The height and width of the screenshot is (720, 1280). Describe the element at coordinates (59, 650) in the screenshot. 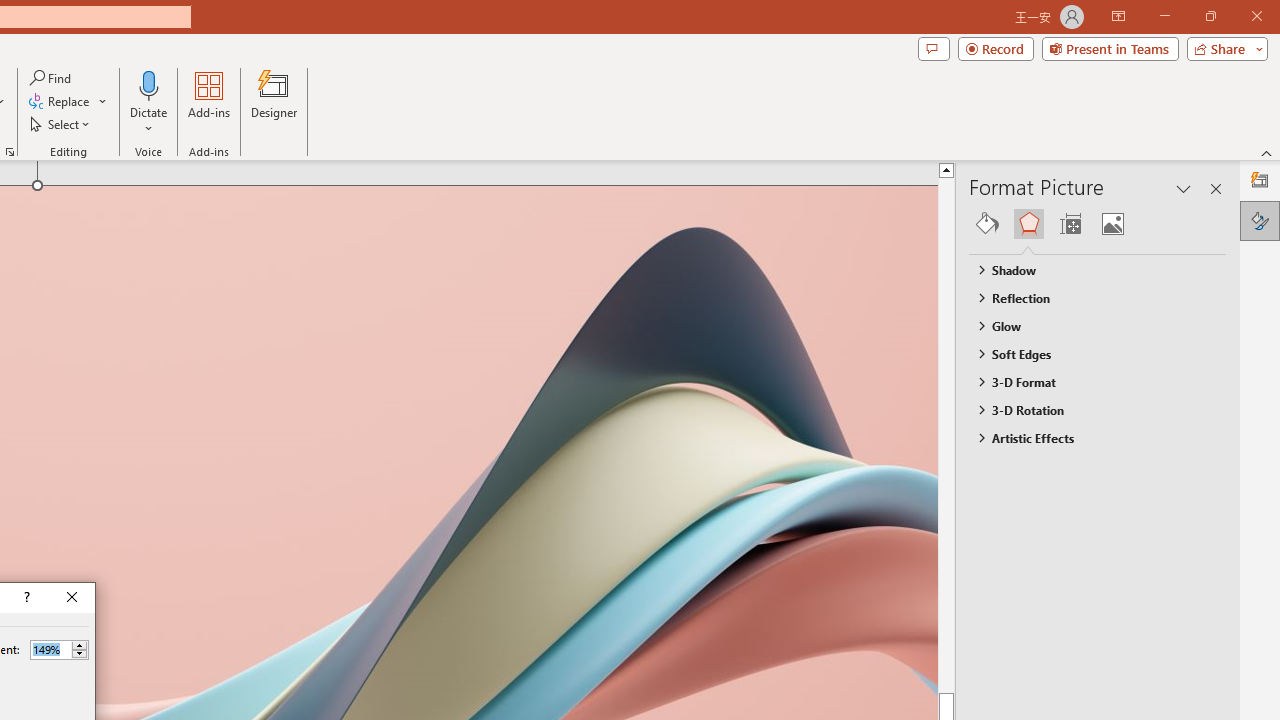

I see `'Percent'` at that location.